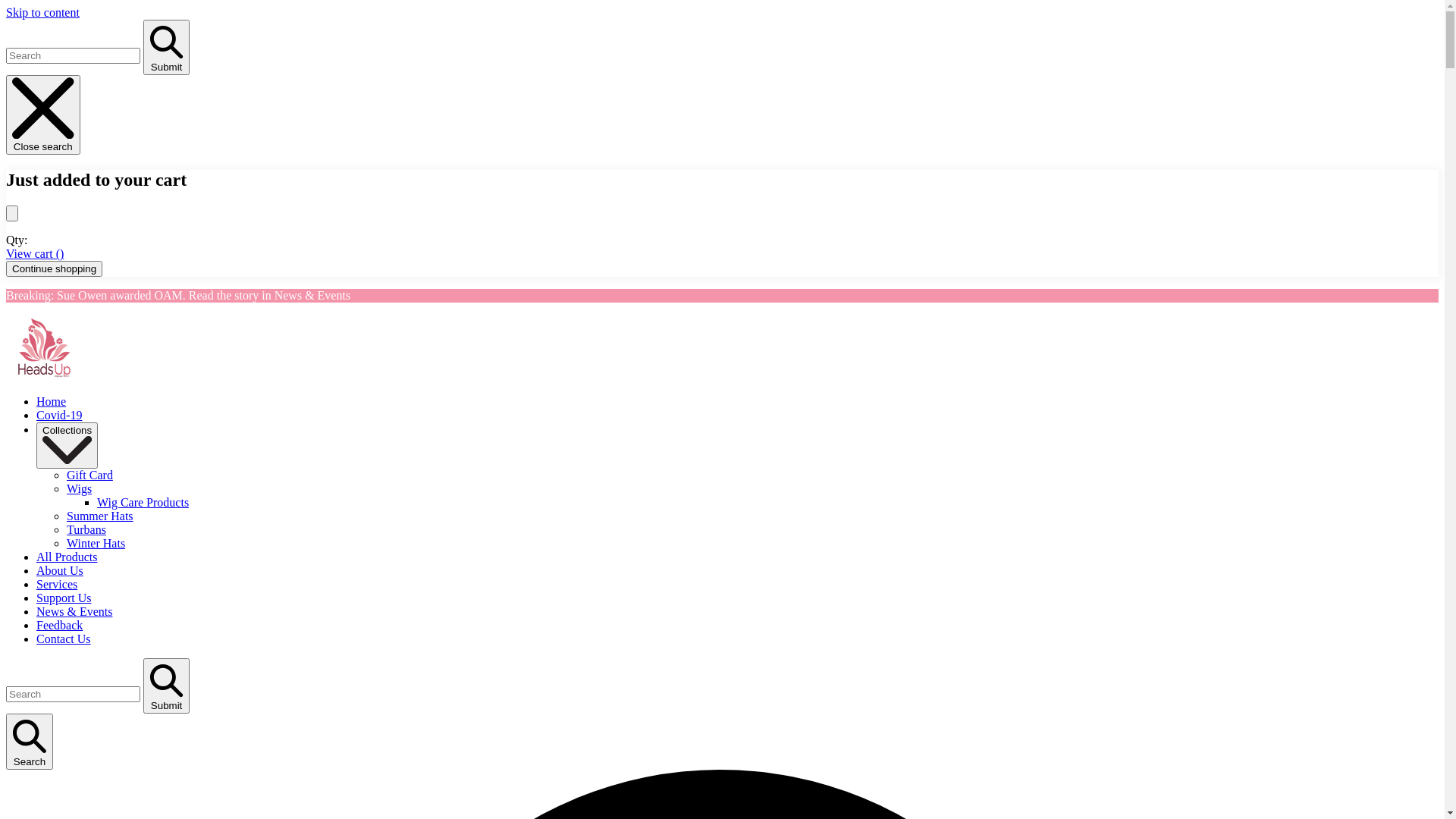 This screenshot has width=1456, height=819. I want to click on 'Covid-19', so click(58, 415).